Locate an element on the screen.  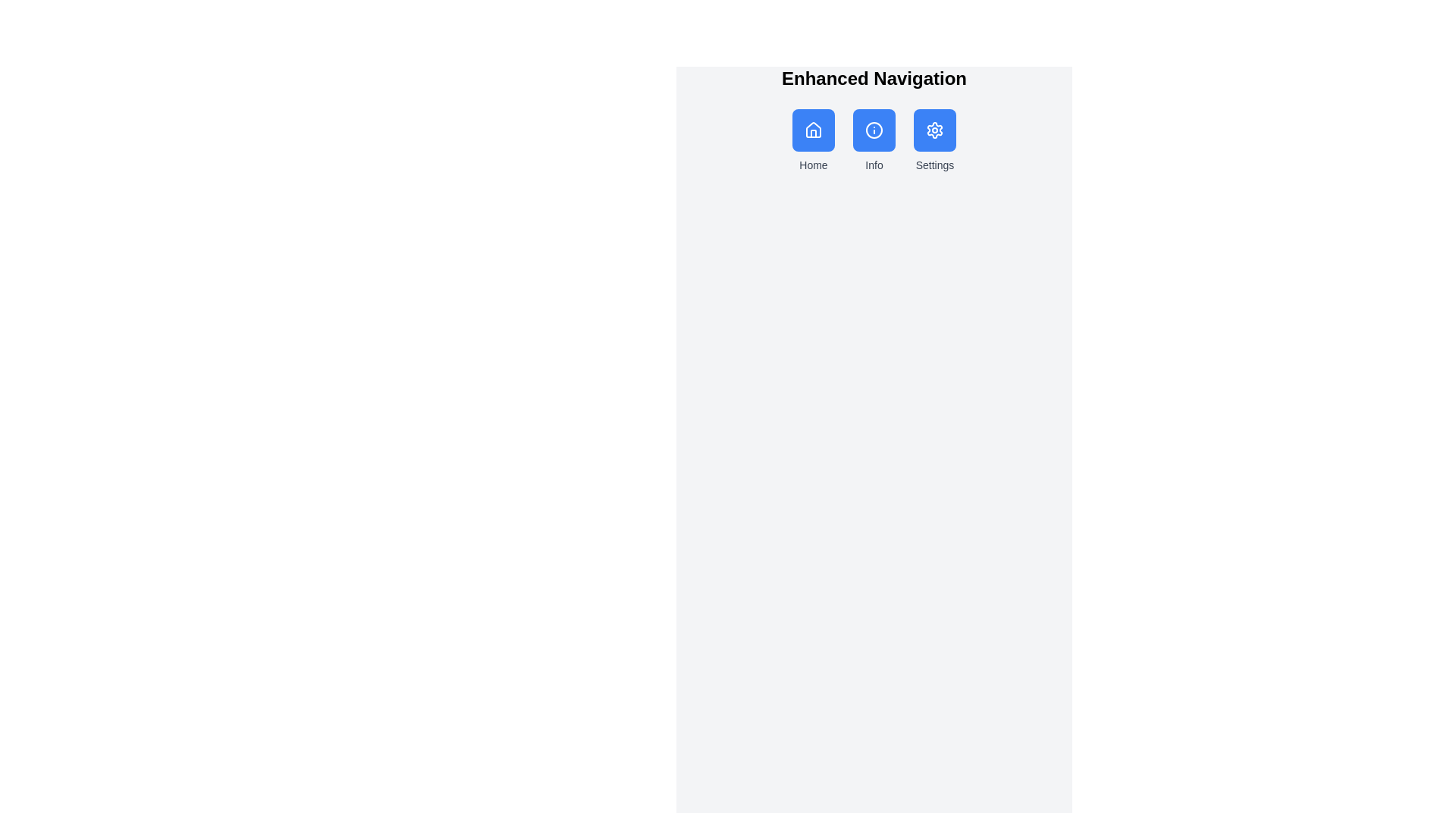
the blue 'Info' button with white text and an icon of an outlined circle with an 'i' in the center is located at coordinates (874, 130).